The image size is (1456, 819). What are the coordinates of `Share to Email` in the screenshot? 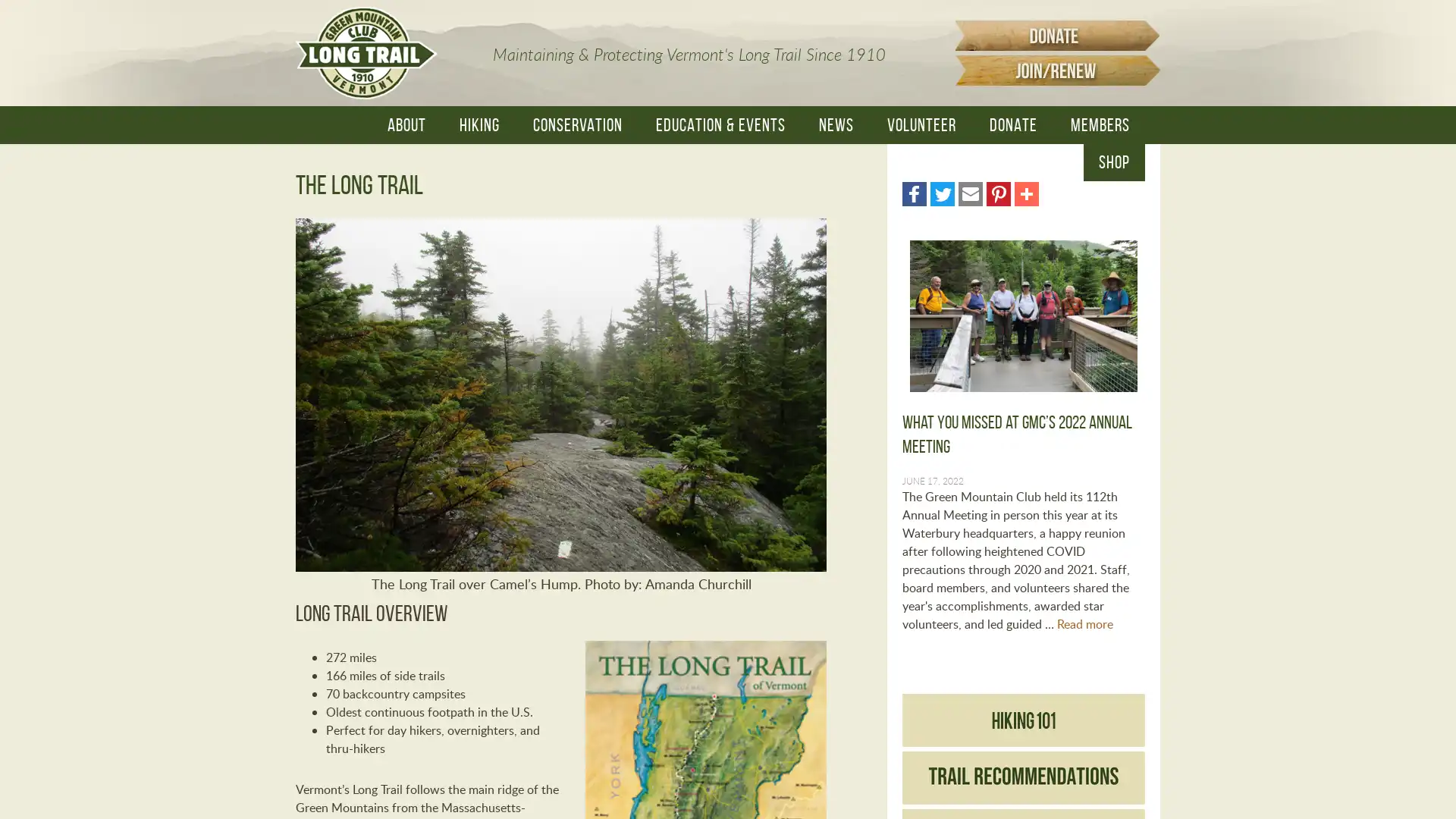 It's located at (971, 193).